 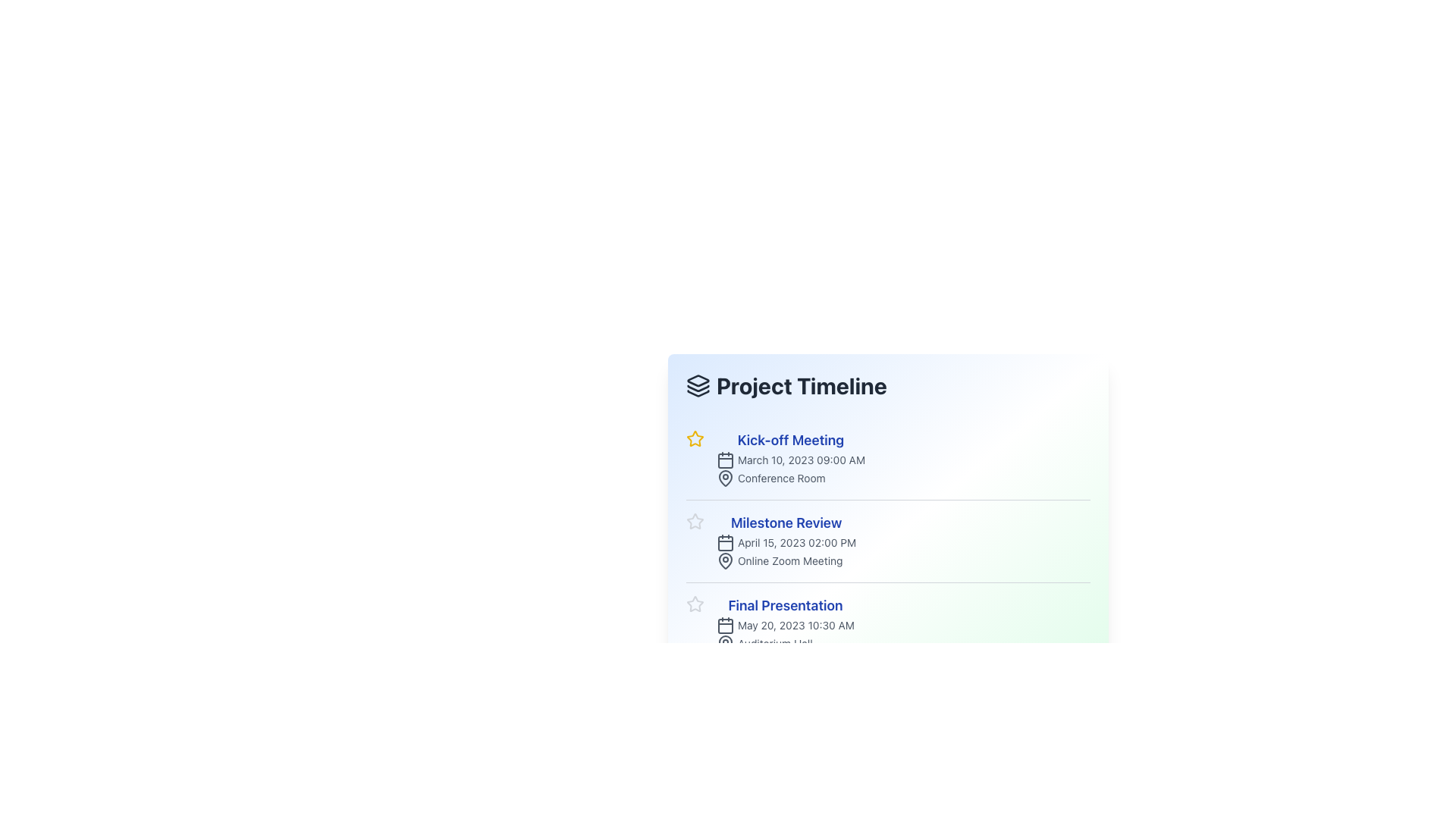 I want to click on the map pin icon located next to the text 'Conference Room' in the event details for 'Kick-off Meeting' under the 'Project Timeline' section, so click(x=724, y=479).